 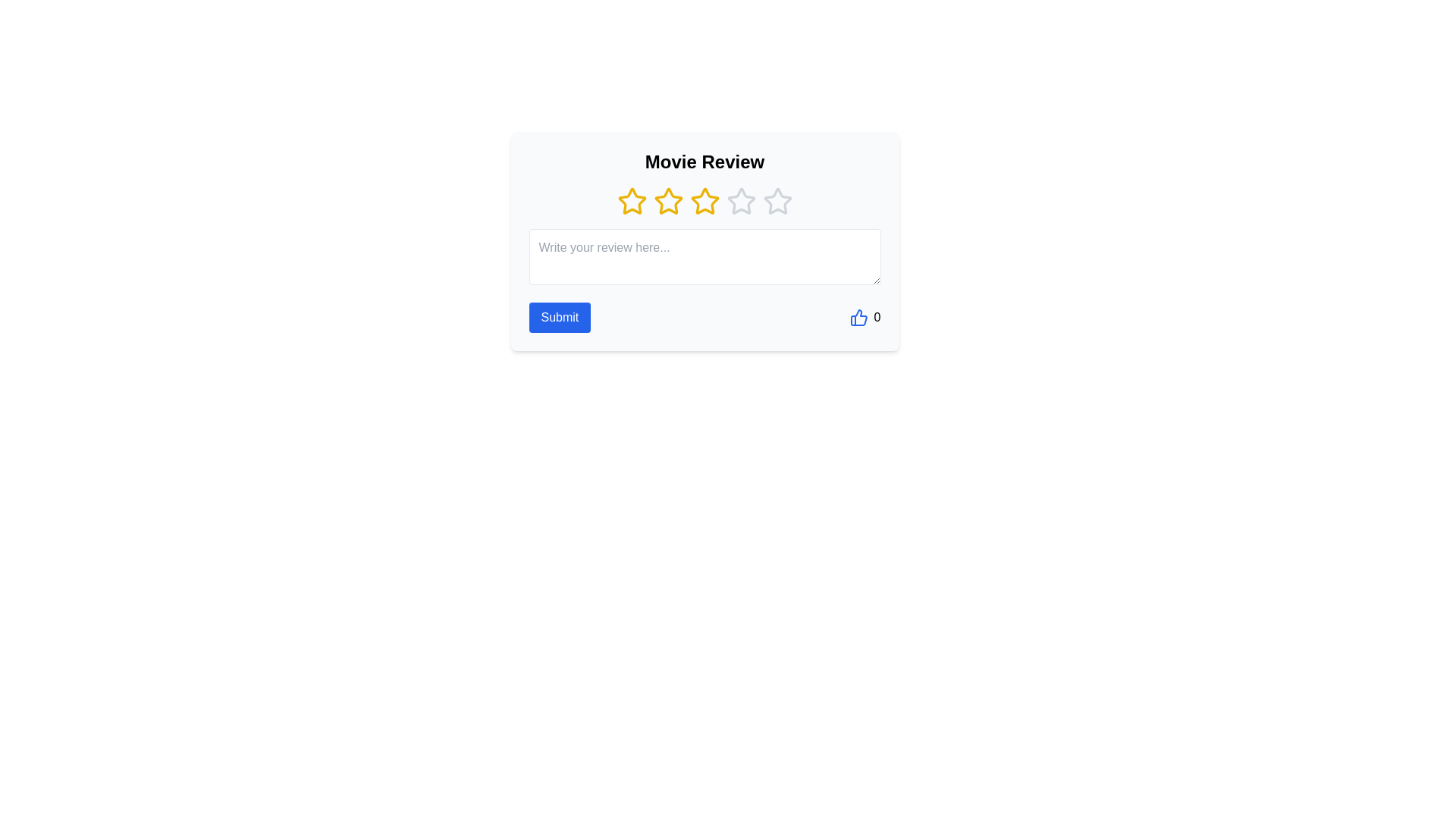 I want to click on the thumbs up icon to increase the like count, so click(x=858, y=317).